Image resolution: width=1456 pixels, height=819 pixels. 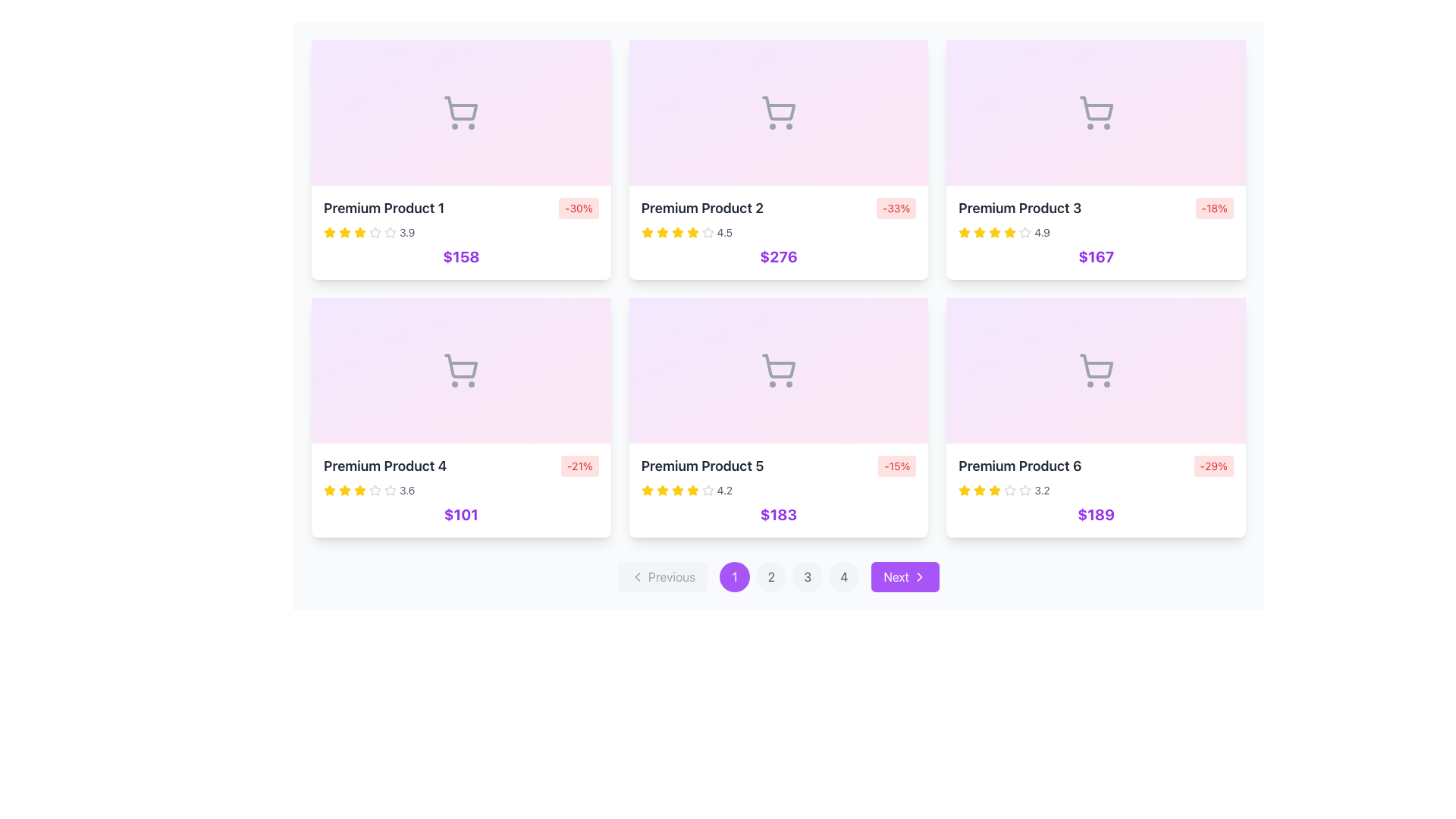 What do you see at coordinates (676, 490) in the screenshot?
I see `the fourth yellow filled star icon in the rating section of the 'Premium Product 5' card` at bounding box center [676, 490].